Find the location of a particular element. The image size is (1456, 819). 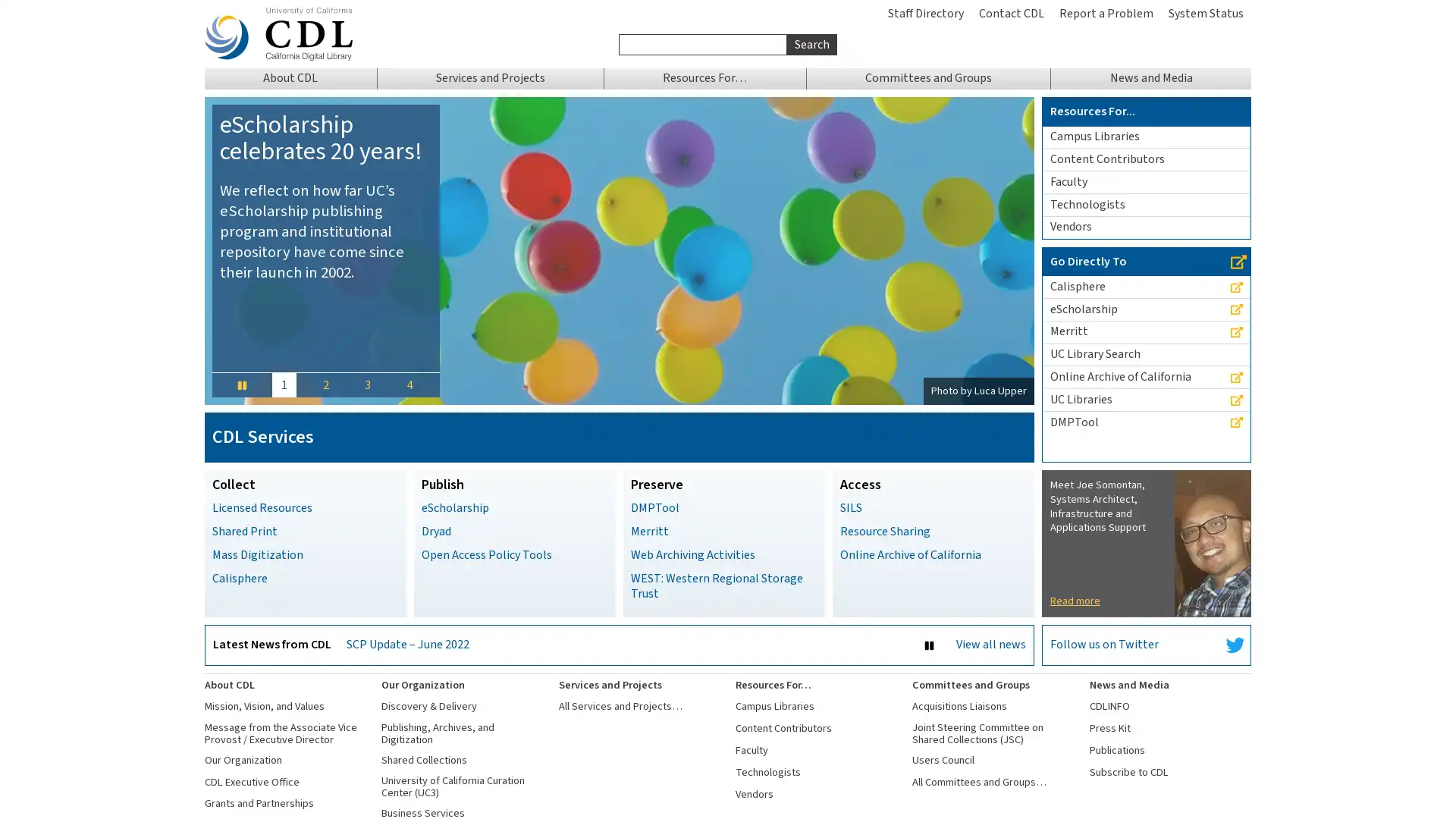

Search is located at coordinates (811, 43).